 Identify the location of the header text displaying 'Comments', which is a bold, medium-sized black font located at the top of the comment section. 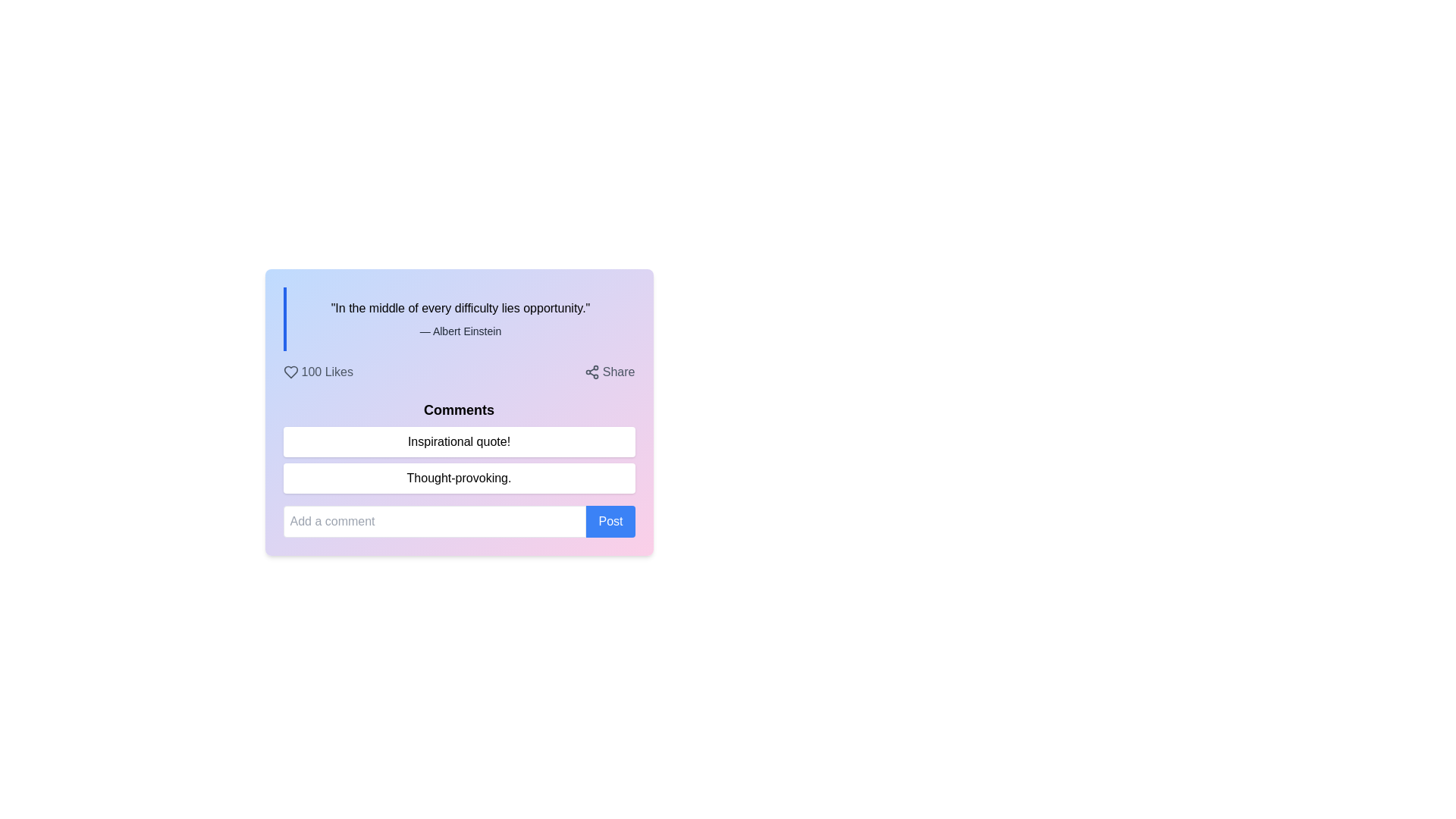
(458, 409).